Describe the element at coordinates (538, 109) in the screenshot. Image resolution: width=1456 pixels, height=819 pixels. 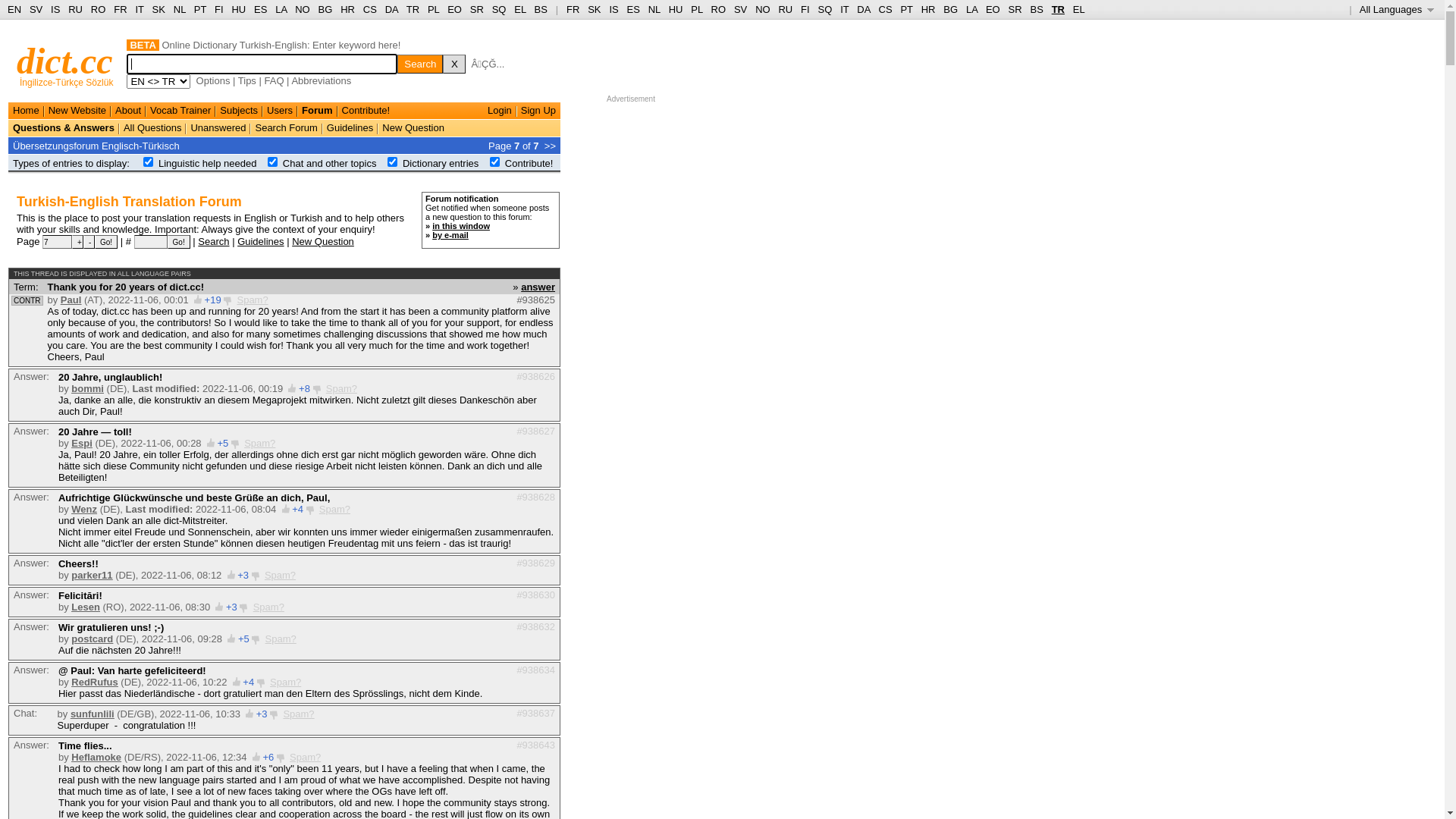
I see `'Sign Up'` at that location.